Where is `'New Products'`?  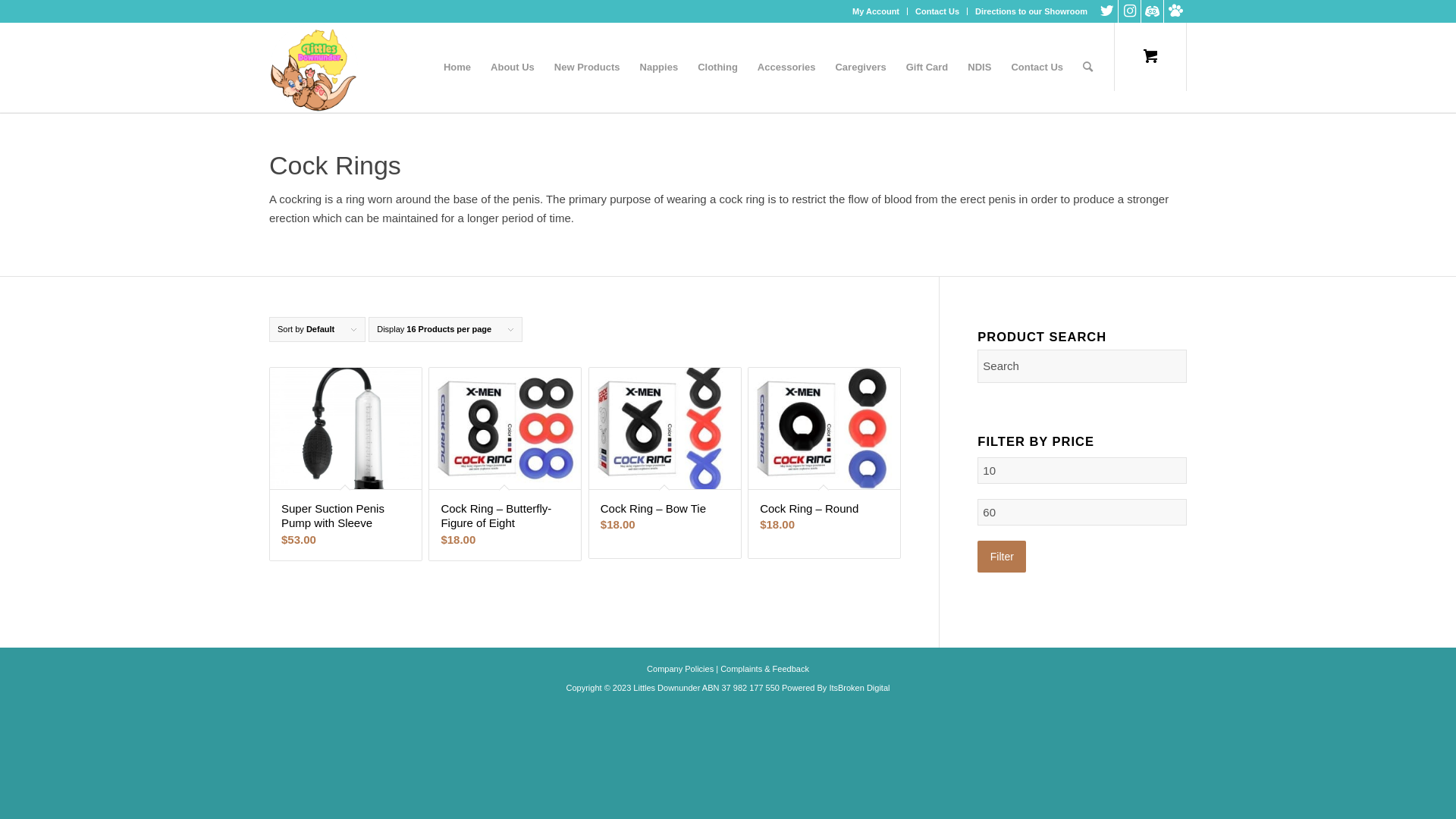 'New Products' is located at coordinates (544, 66).